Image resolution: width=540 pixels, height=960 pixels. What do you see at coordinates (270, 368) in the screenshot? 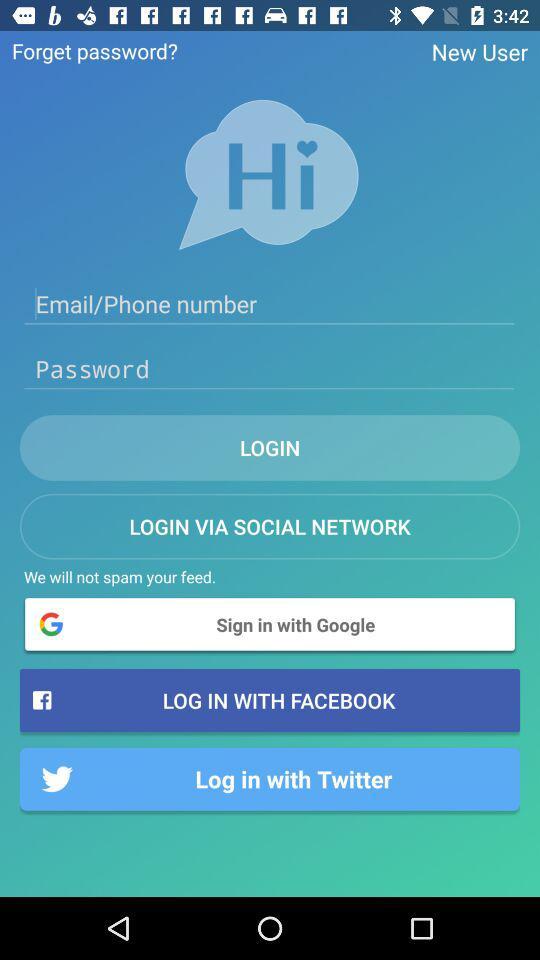
I see `password box` at bounding box center [270, 368].